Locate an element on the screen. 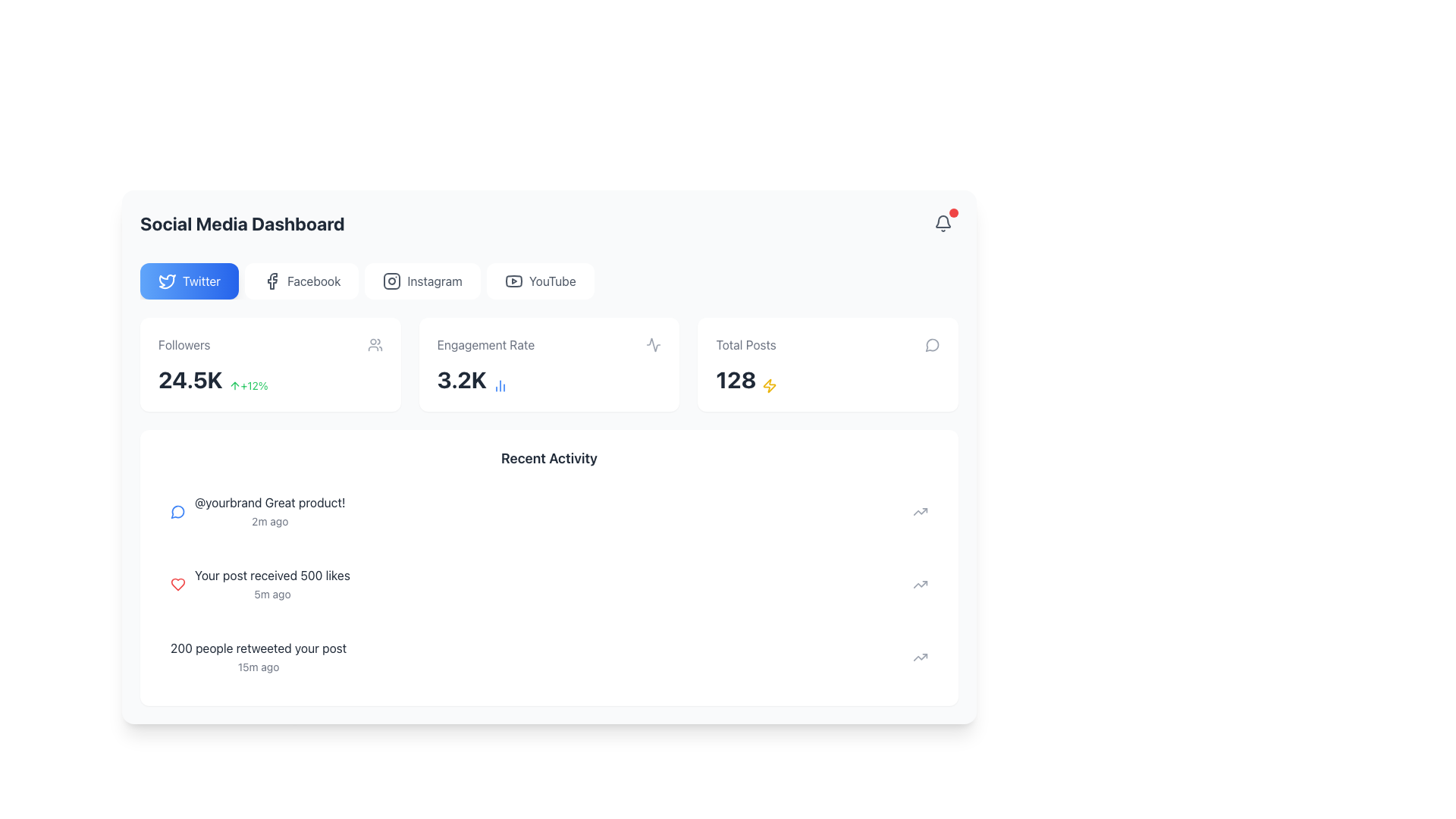  the navigation button for Facebook located in the top horizontal menu, second from the left is located at coordinates (302, 281).